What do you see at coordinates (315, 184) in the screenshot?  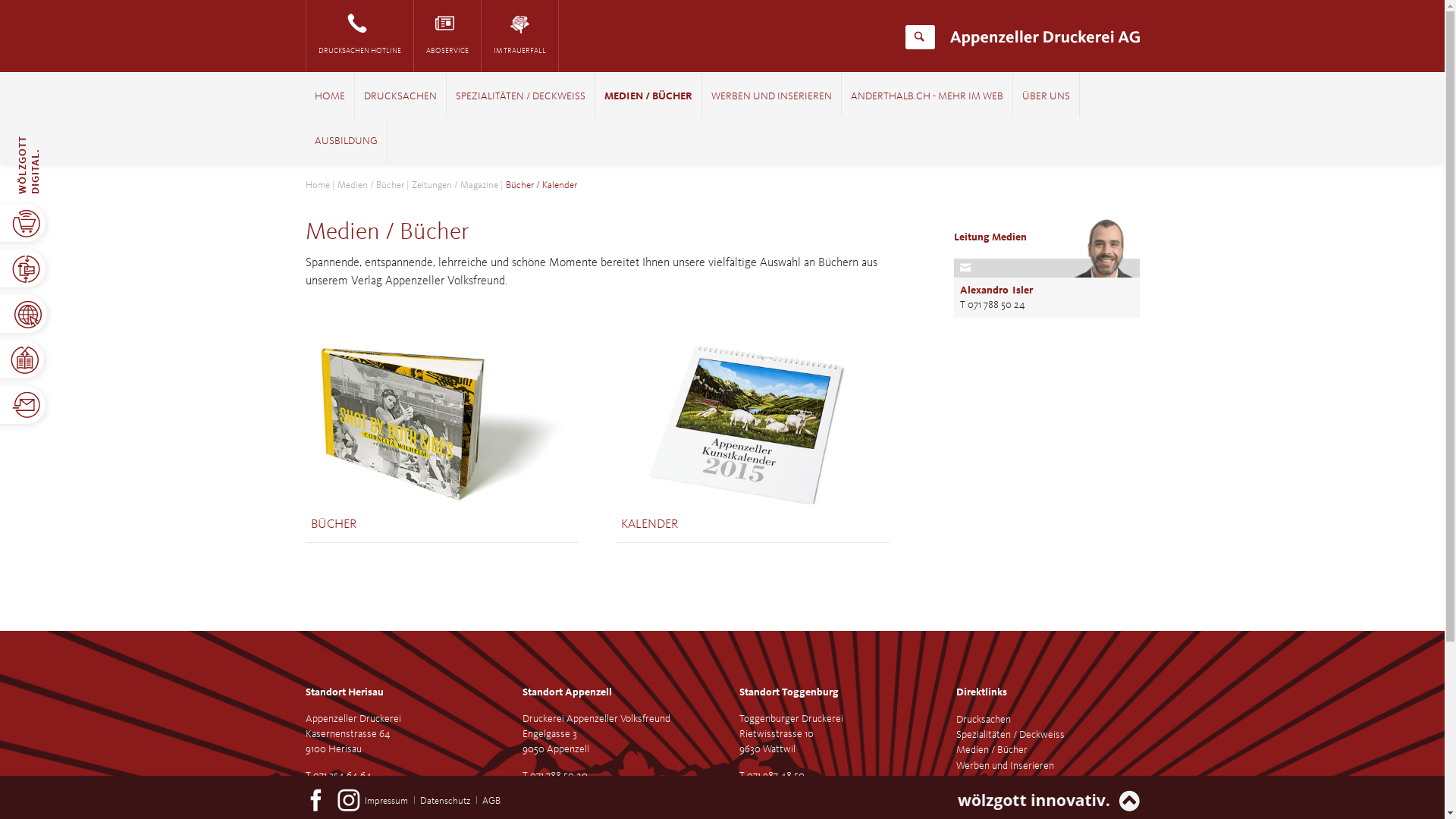 I see `'Home'` at bounding box center [315, 184].